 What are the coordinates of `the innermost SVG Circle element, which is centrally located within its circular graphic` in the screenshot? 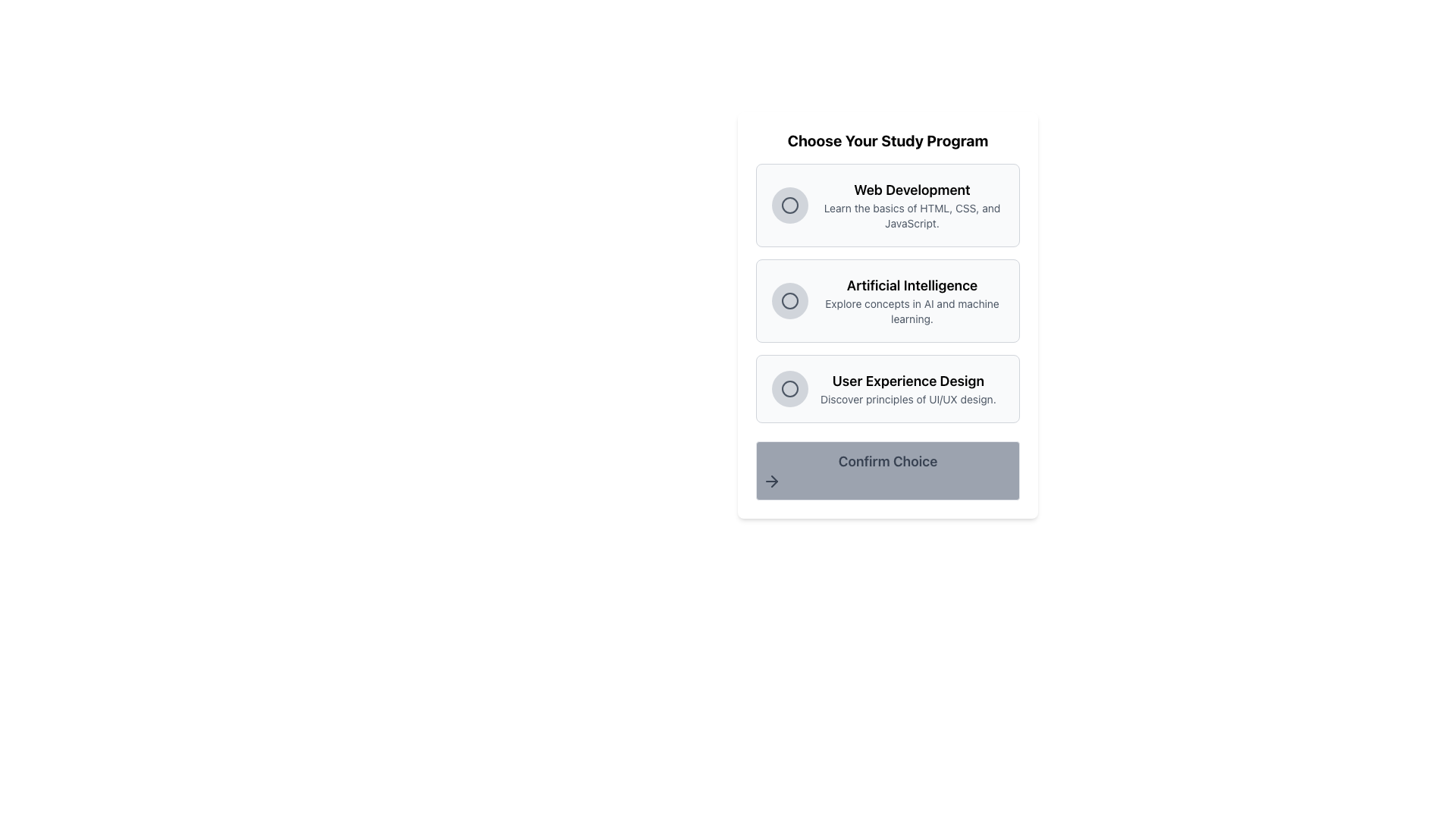 It's located at (789, 301).